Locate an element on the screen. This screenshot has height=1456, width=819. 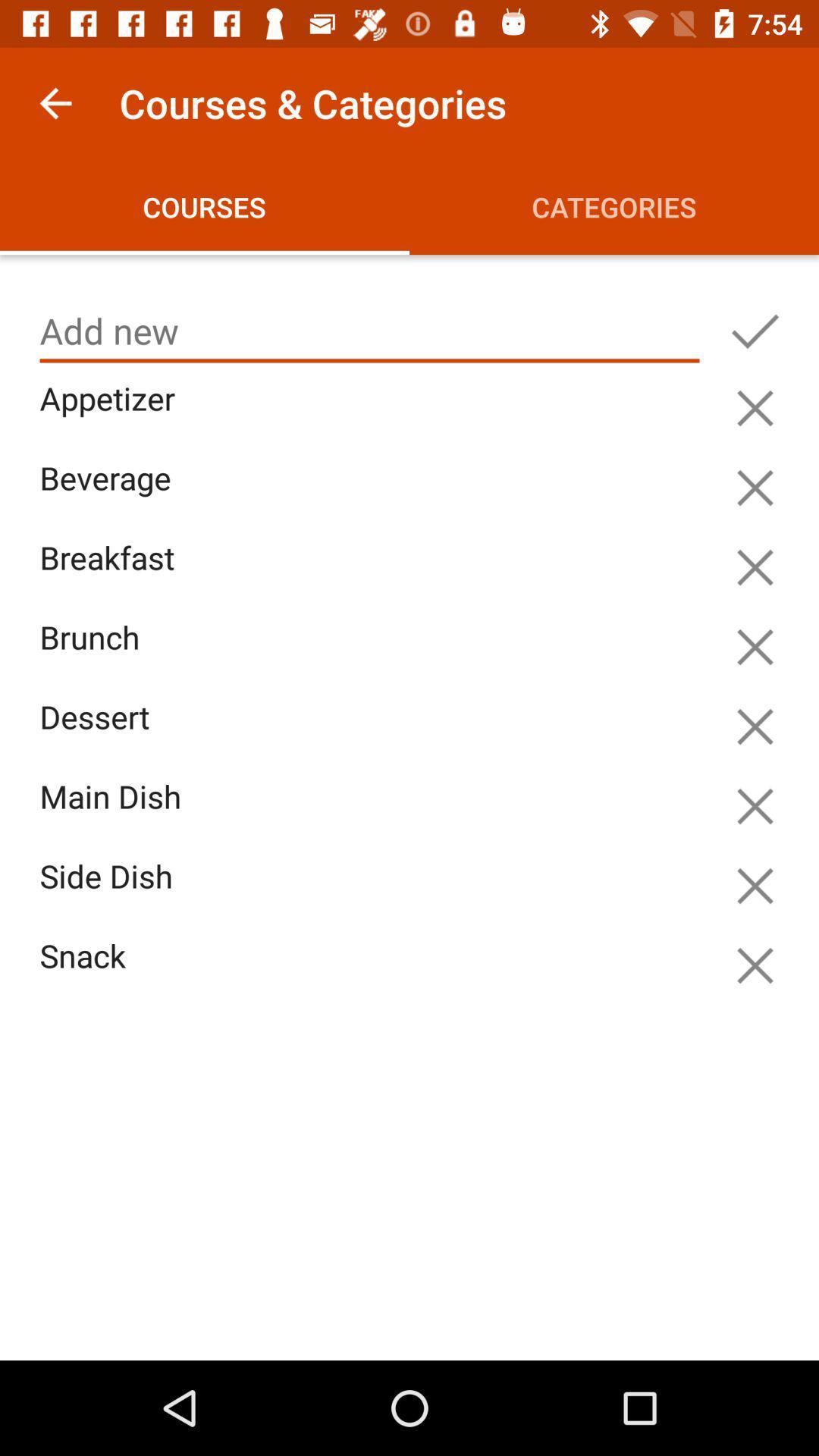
remove item is located at coordinates (755, 805).